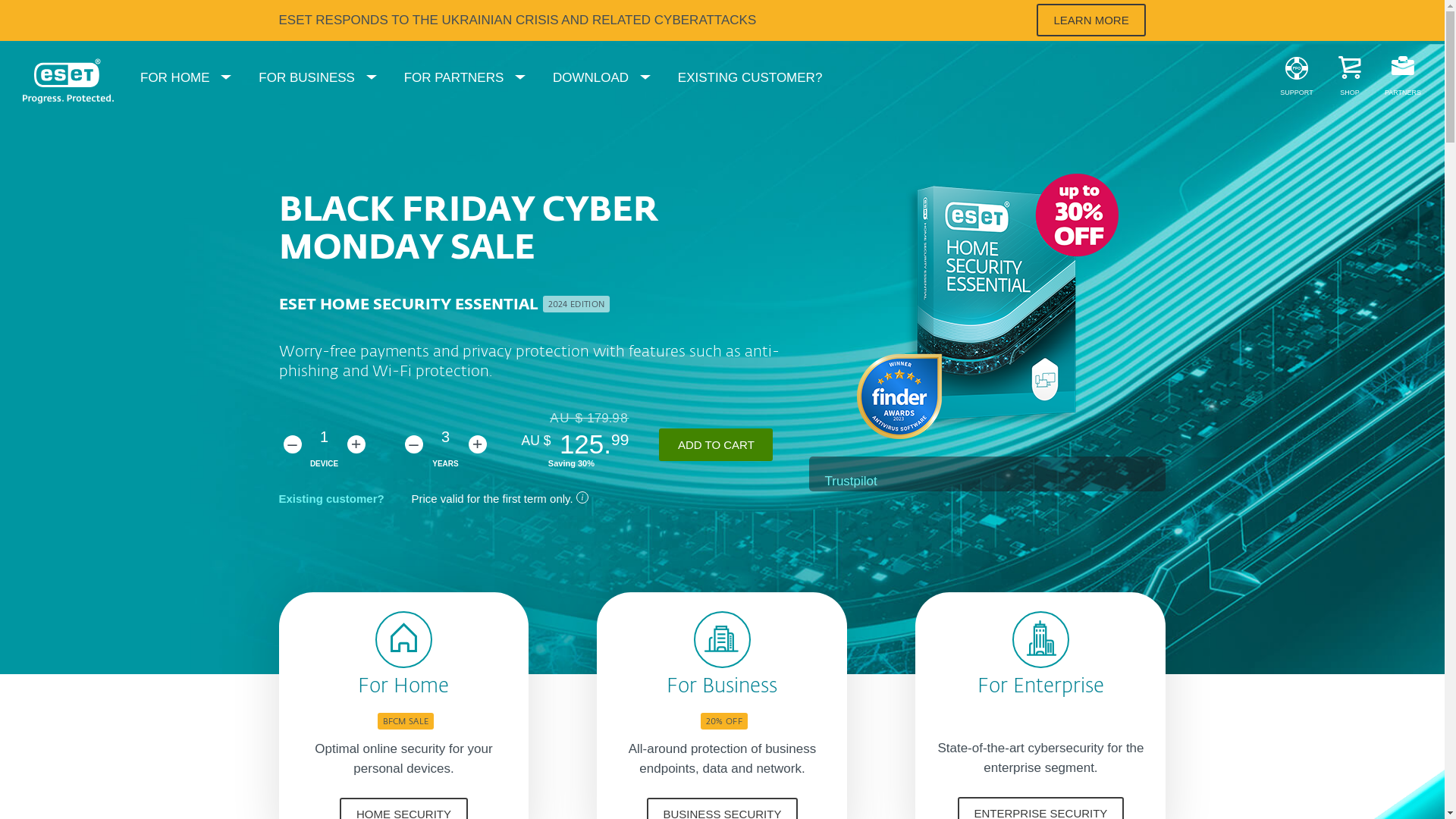  Describe the element at coordinates (356, 687) in the screenshot. I see `'For Home'` at that location.